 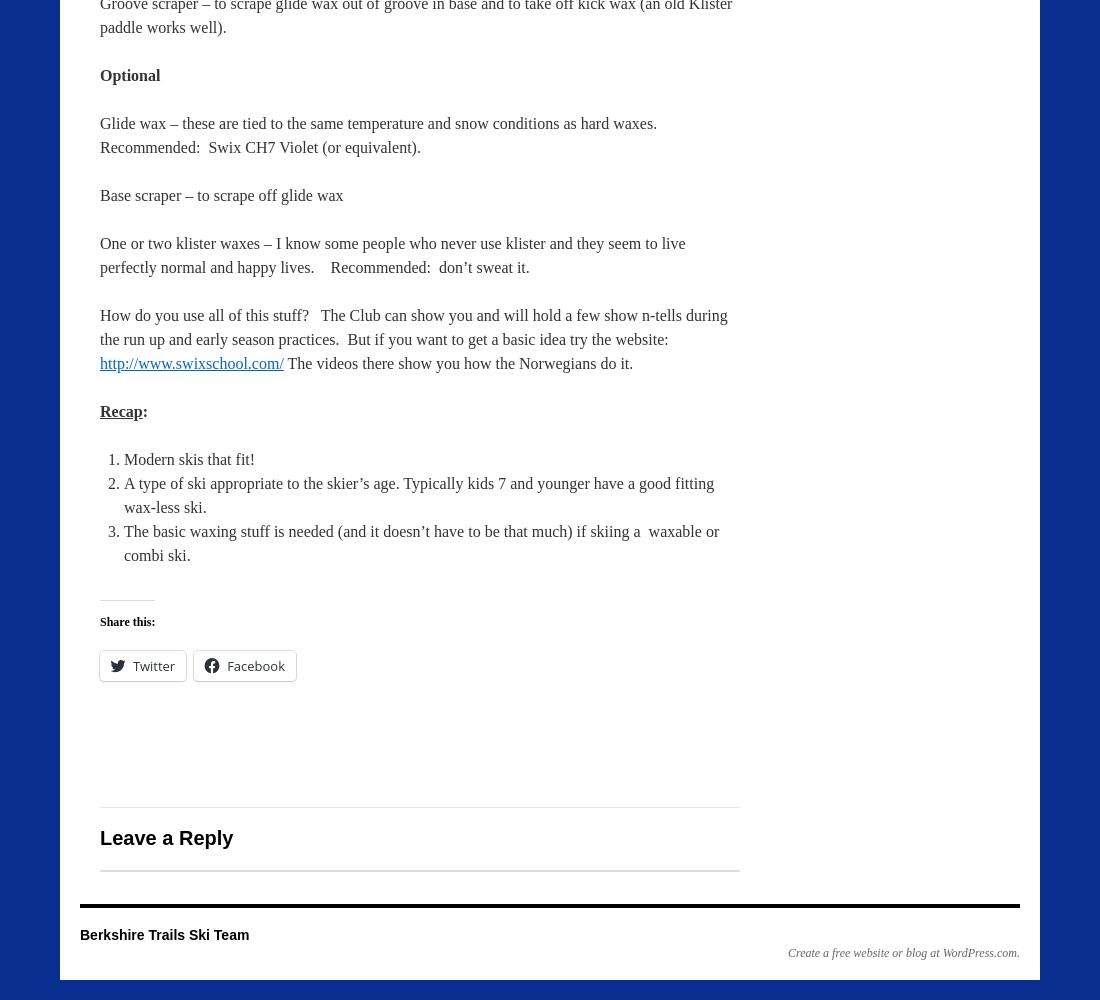 What do you see at coordinates (282, 362) in the screenshot?
I see `'The videos there show you how the Norwegians do it.'` at bounding box center [282, 362].